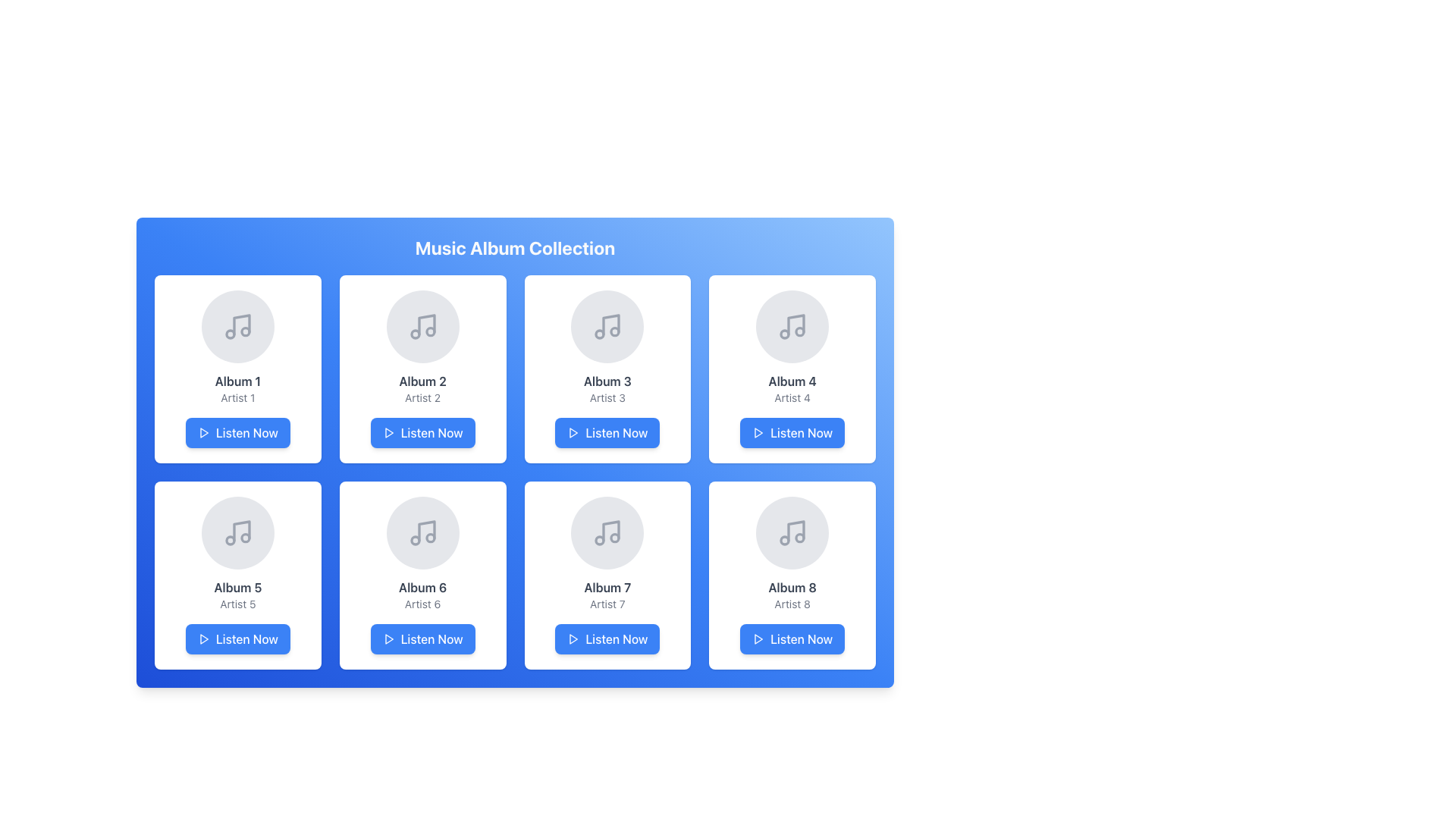 This screenshot has width=1456, height=819. I want to click on the button that initiates music playback for 'Album 6', so click(422, 639).